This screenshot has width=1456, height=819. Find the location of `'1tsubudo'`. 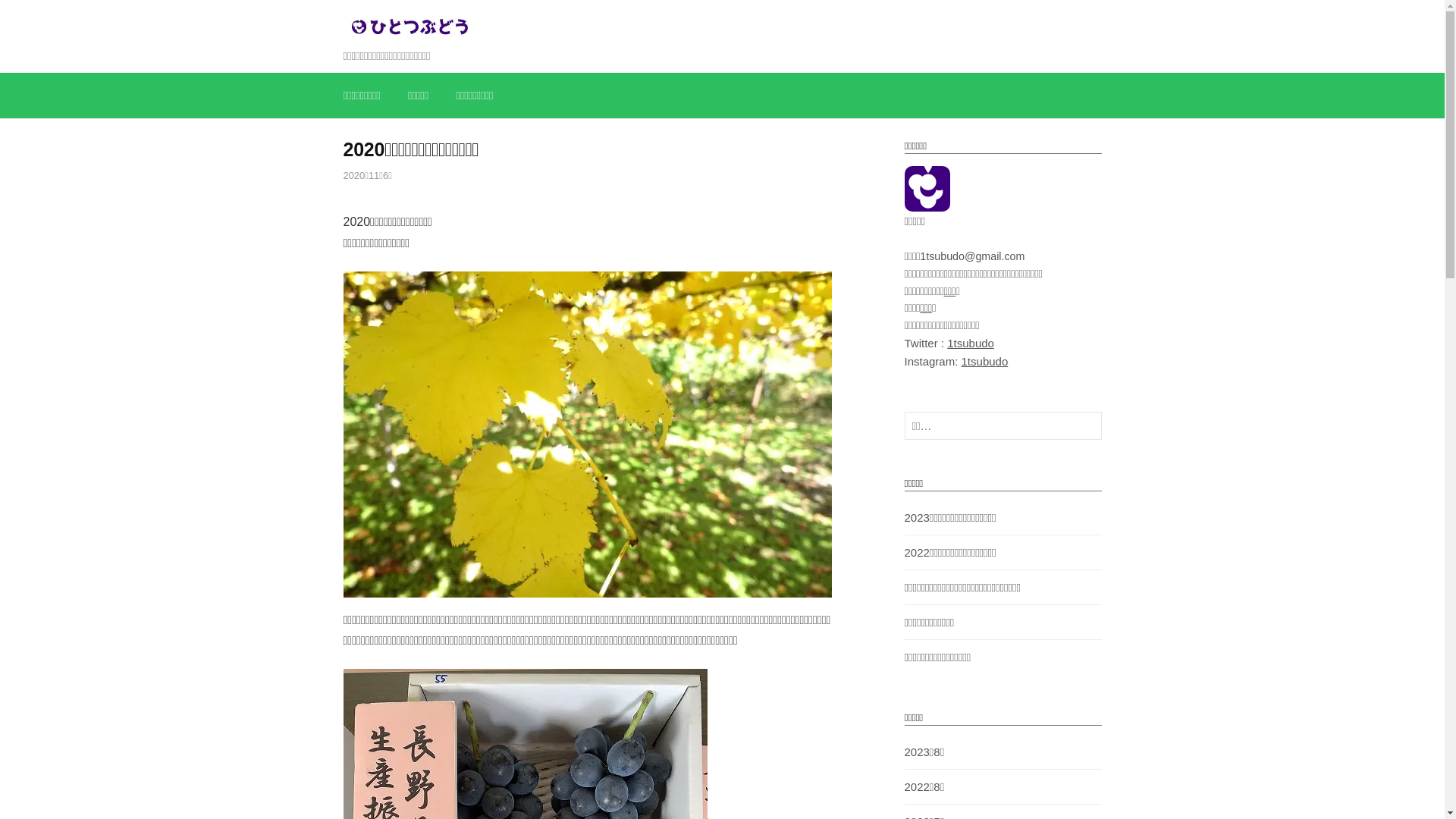

'1tsubudo' is located at coordinates (985, 361).